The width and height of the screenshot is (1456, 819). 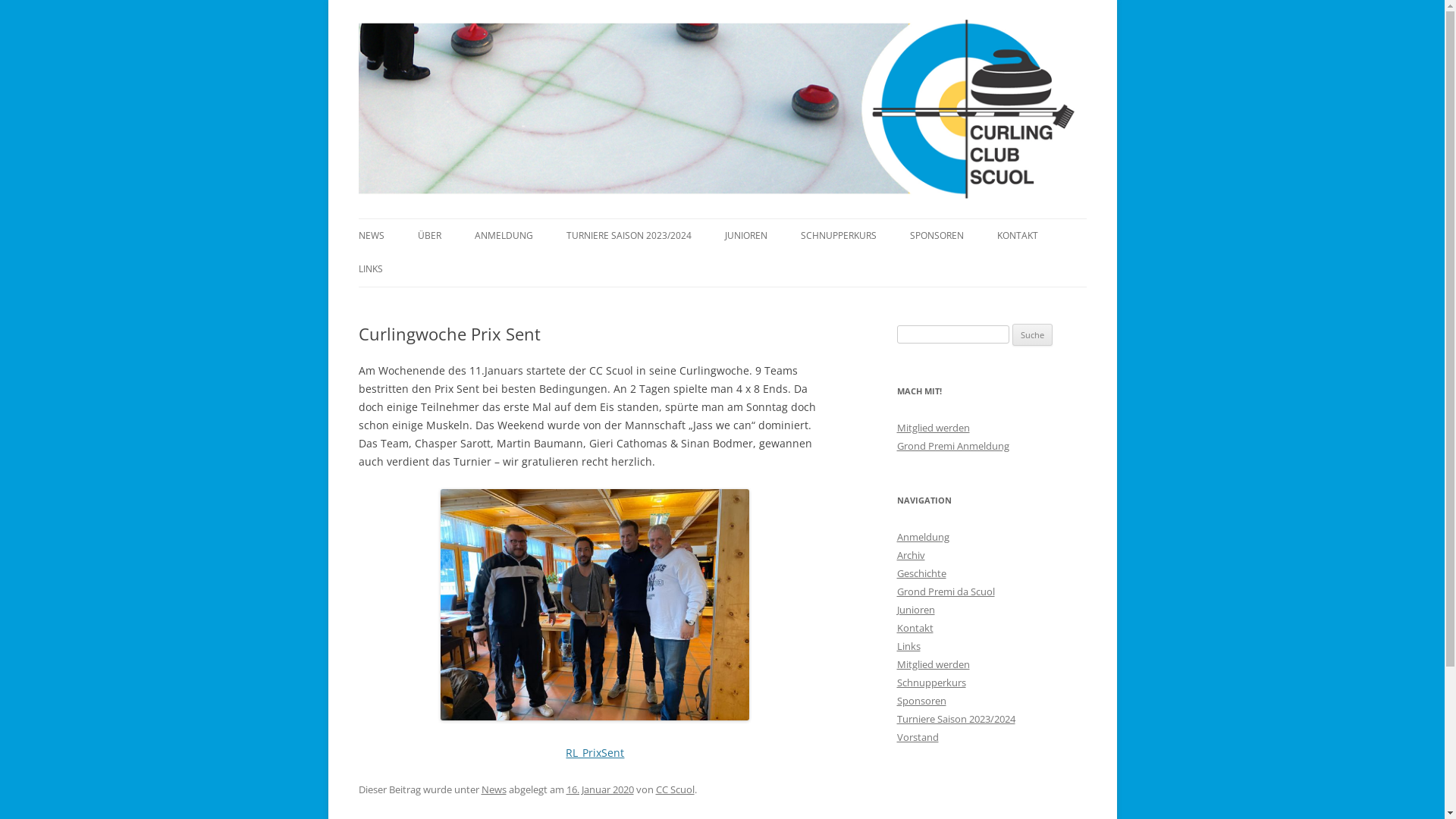 I want to click on 'JUNIOREN', so click(x=723, y=236).